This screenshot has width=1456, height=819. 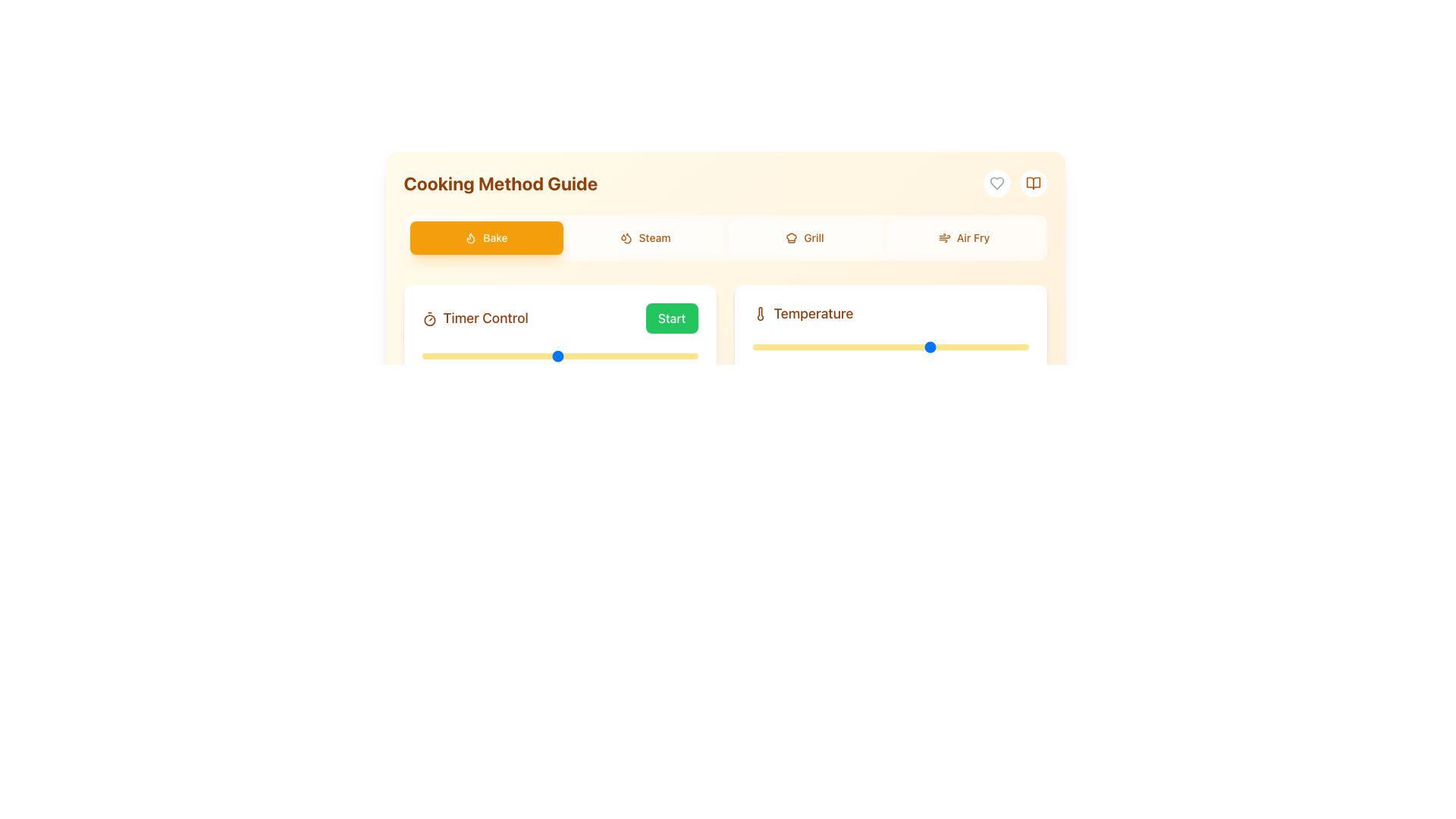 I want to click on the timer slider, so click(x=673, y=356).